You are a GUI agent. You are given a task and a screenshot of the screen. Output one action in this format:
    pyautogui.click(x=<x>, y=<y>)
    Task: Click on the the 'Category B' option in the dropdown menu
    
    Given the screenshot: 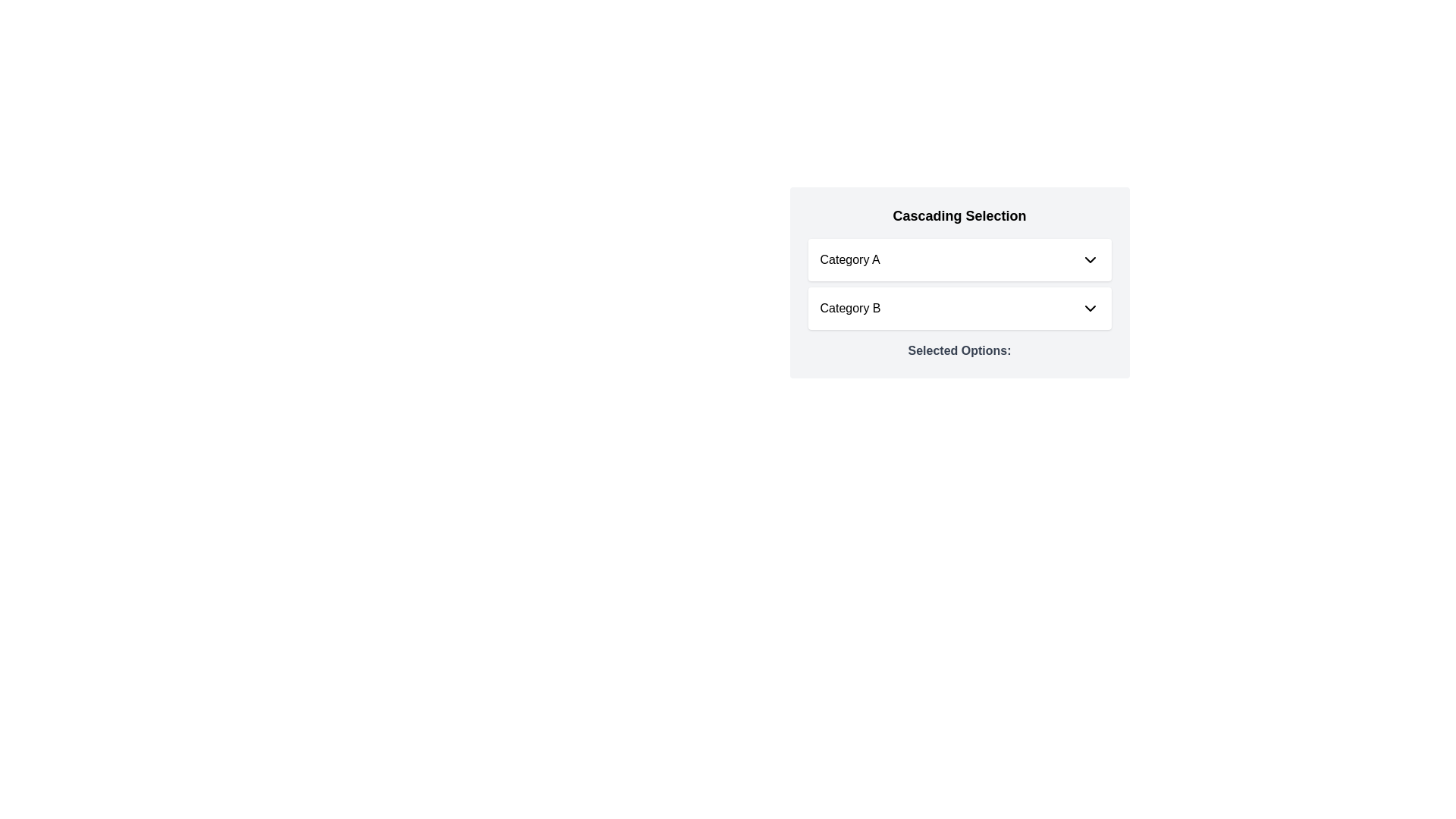 What is the action you would take?
    pyautogui.click(x=850, y=308)
    